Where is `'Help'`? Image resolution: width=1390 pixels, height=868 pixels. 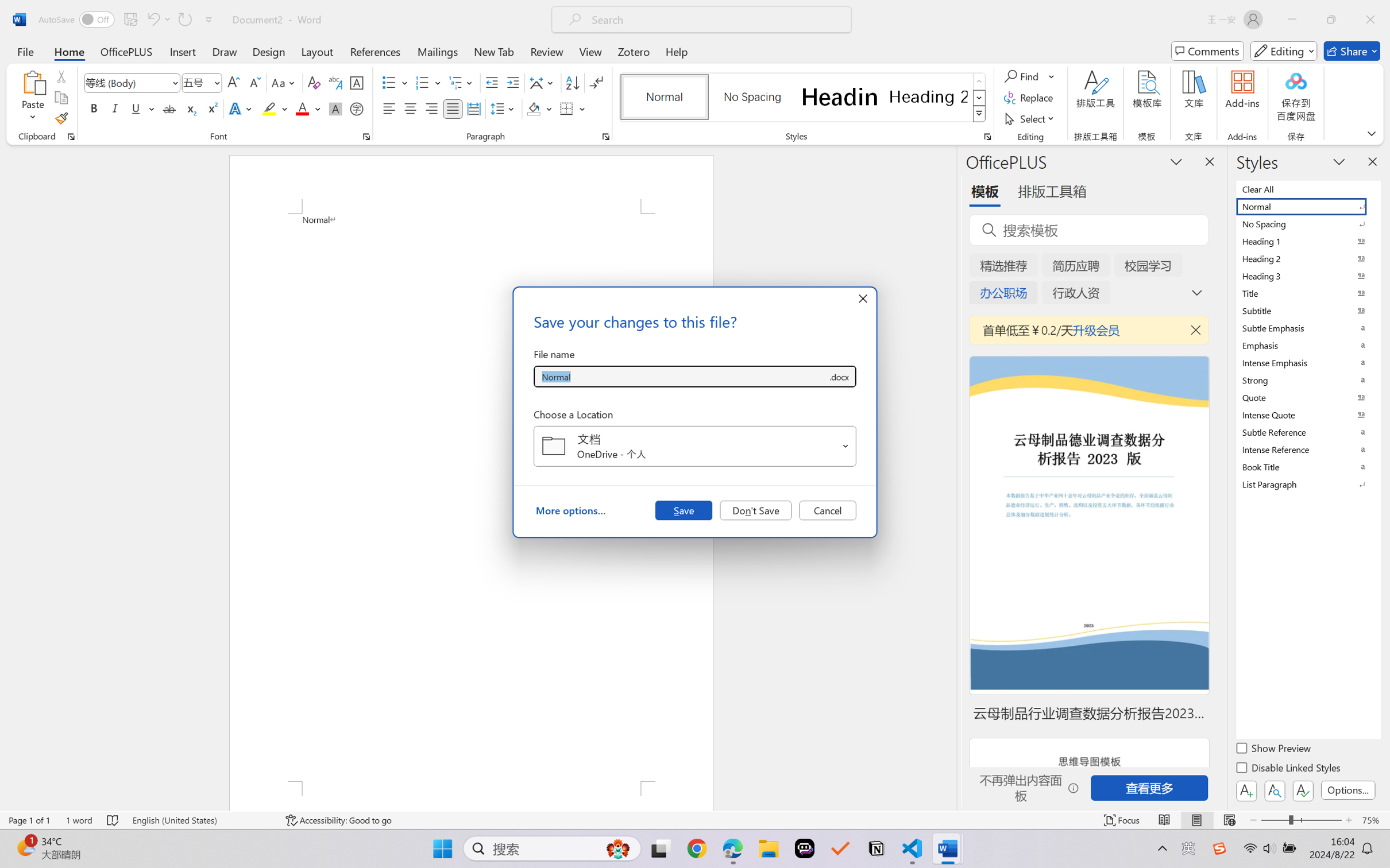 'Help' is located at coordinates (676, 51).